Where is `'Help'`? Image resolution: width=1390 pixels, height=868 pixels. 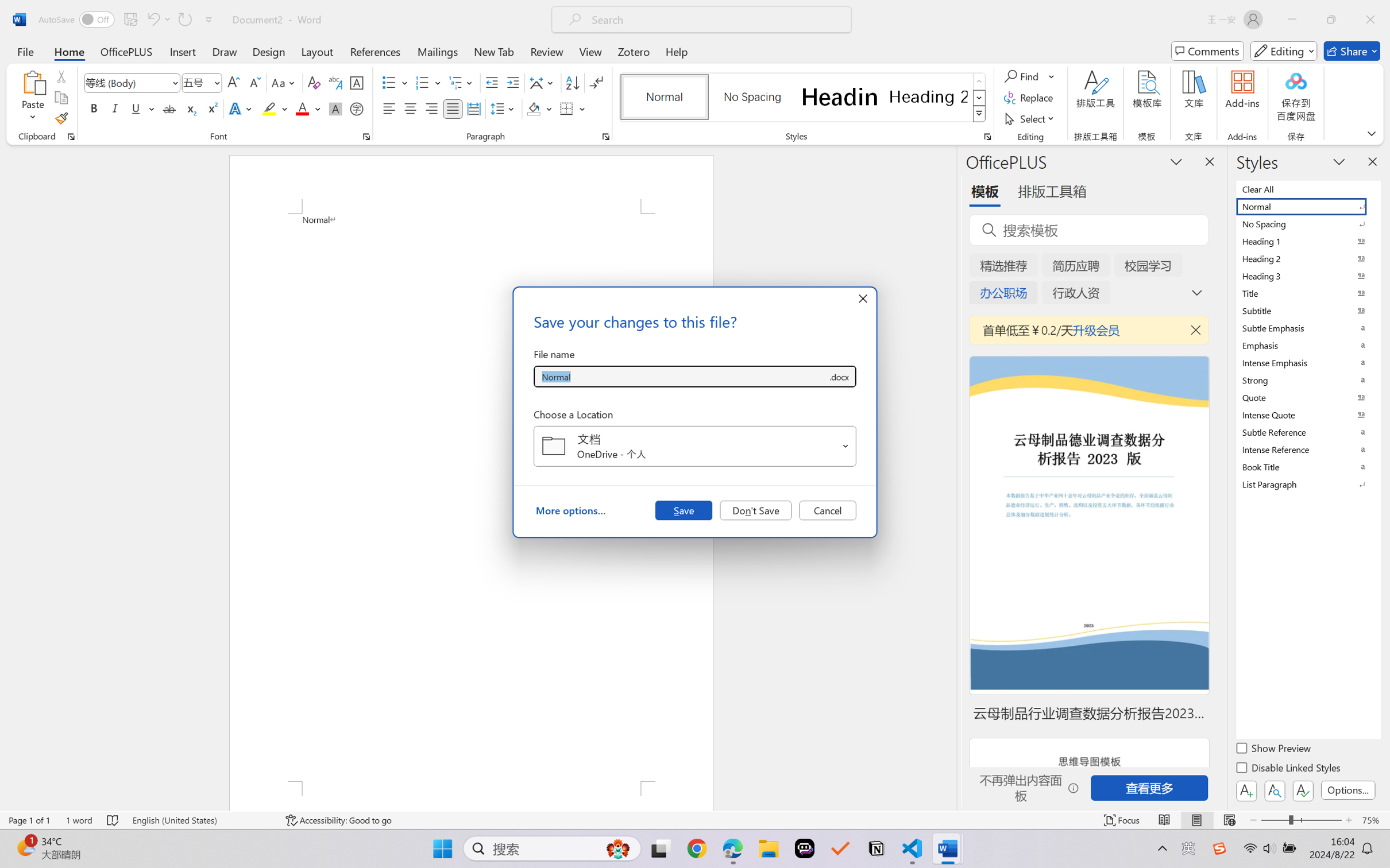 'Help' is located at coordinates (676, 51).